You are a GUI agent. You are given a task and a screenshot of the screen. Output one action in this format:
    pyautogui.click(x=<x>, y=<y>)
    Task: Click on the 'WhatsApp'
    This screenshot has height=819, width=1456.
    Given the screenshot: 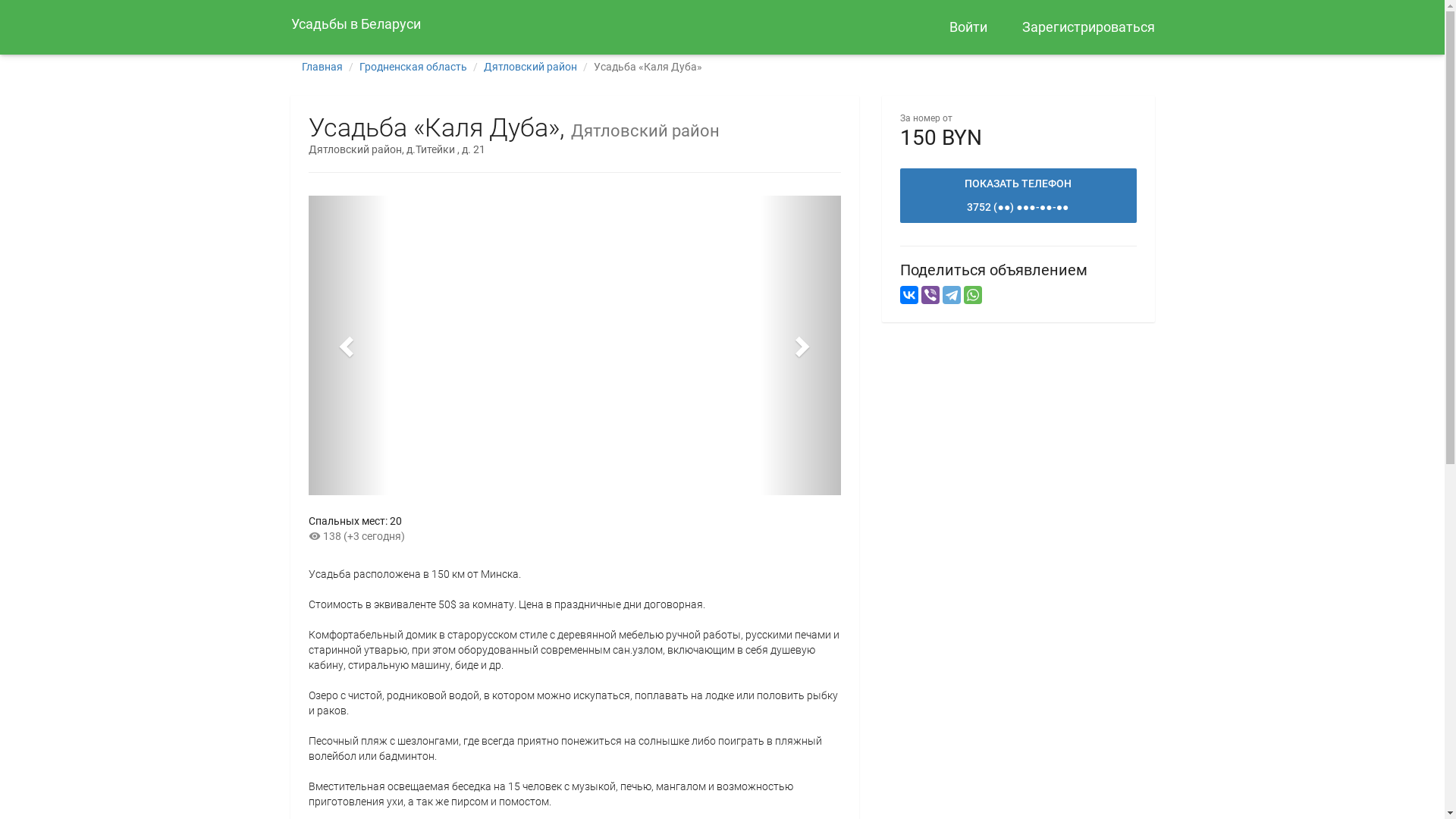 What is the action you would take?
    pyautogui.click(x=962, y=295)
    